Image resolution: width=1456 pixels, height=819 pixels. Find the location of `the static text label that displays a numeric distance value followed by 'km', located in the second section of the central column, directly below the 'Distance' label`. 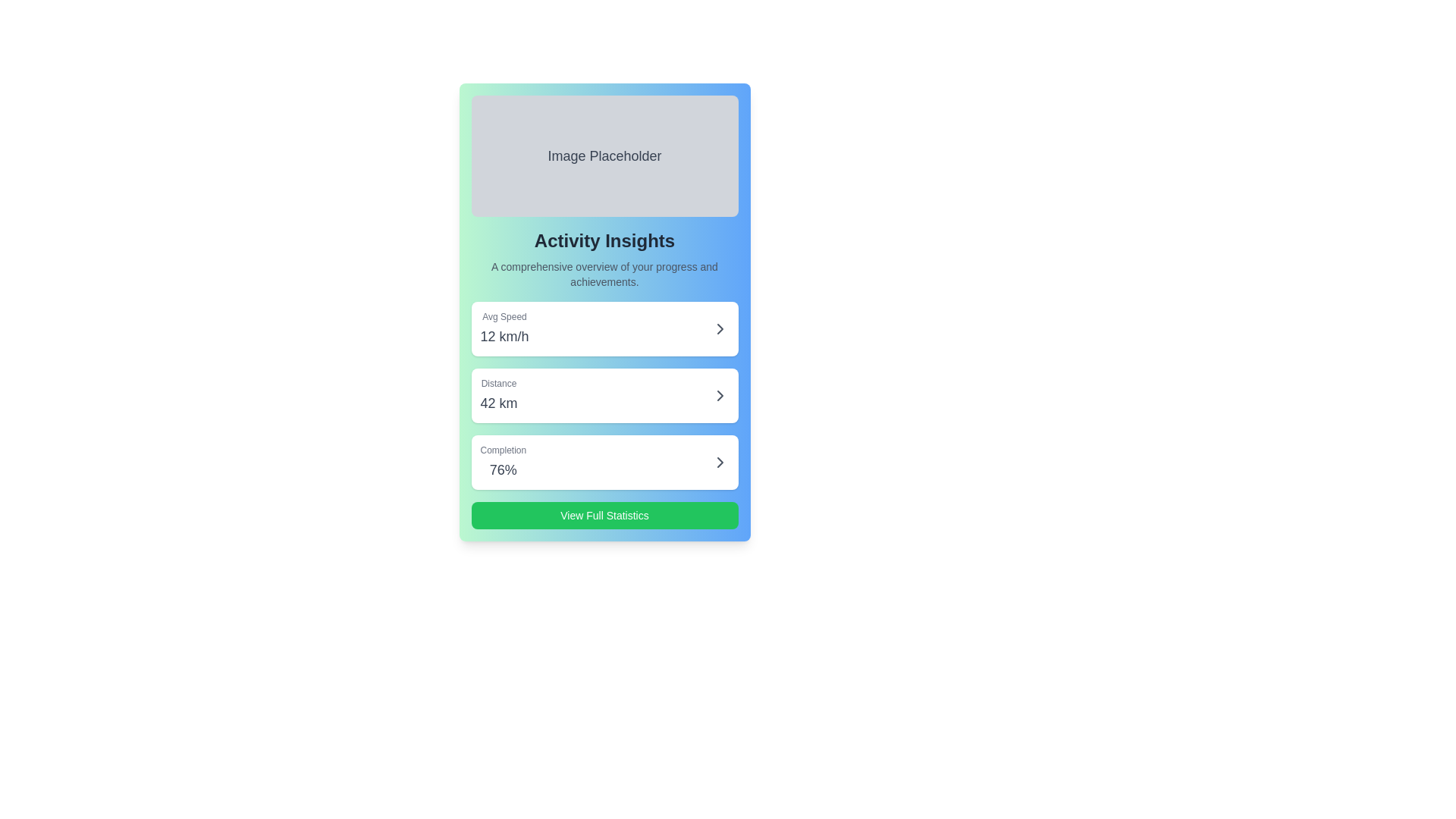

the static text label that displays a numeric distance value followed by 'km', located in the second section of the central column, directly below the 'Distance' label is located at coordinates (498, 403).